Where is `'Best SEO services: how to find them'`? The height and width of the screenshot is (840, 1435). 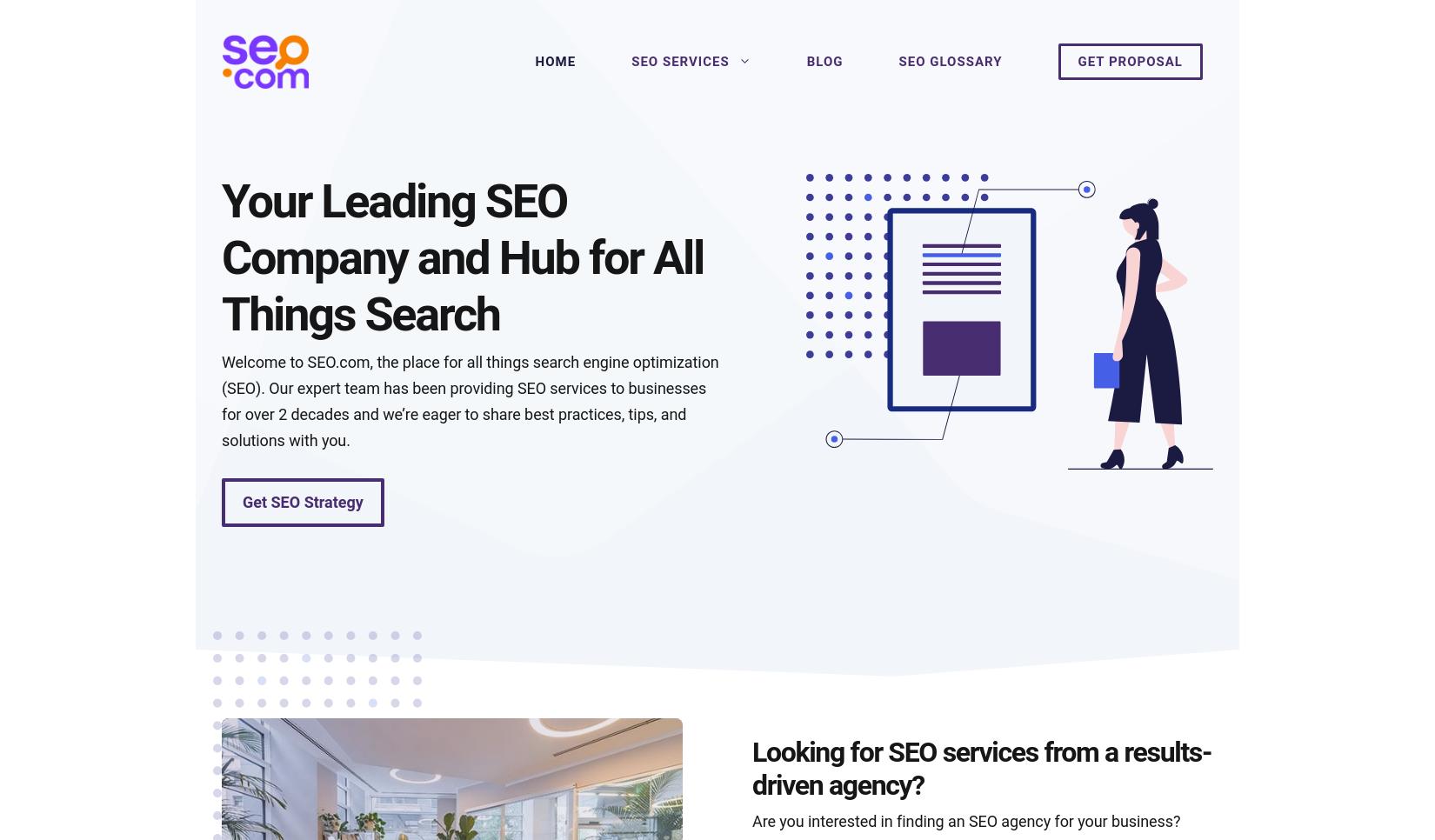
'Best SEO services: how to find them' is located at coordinates (377, 701).